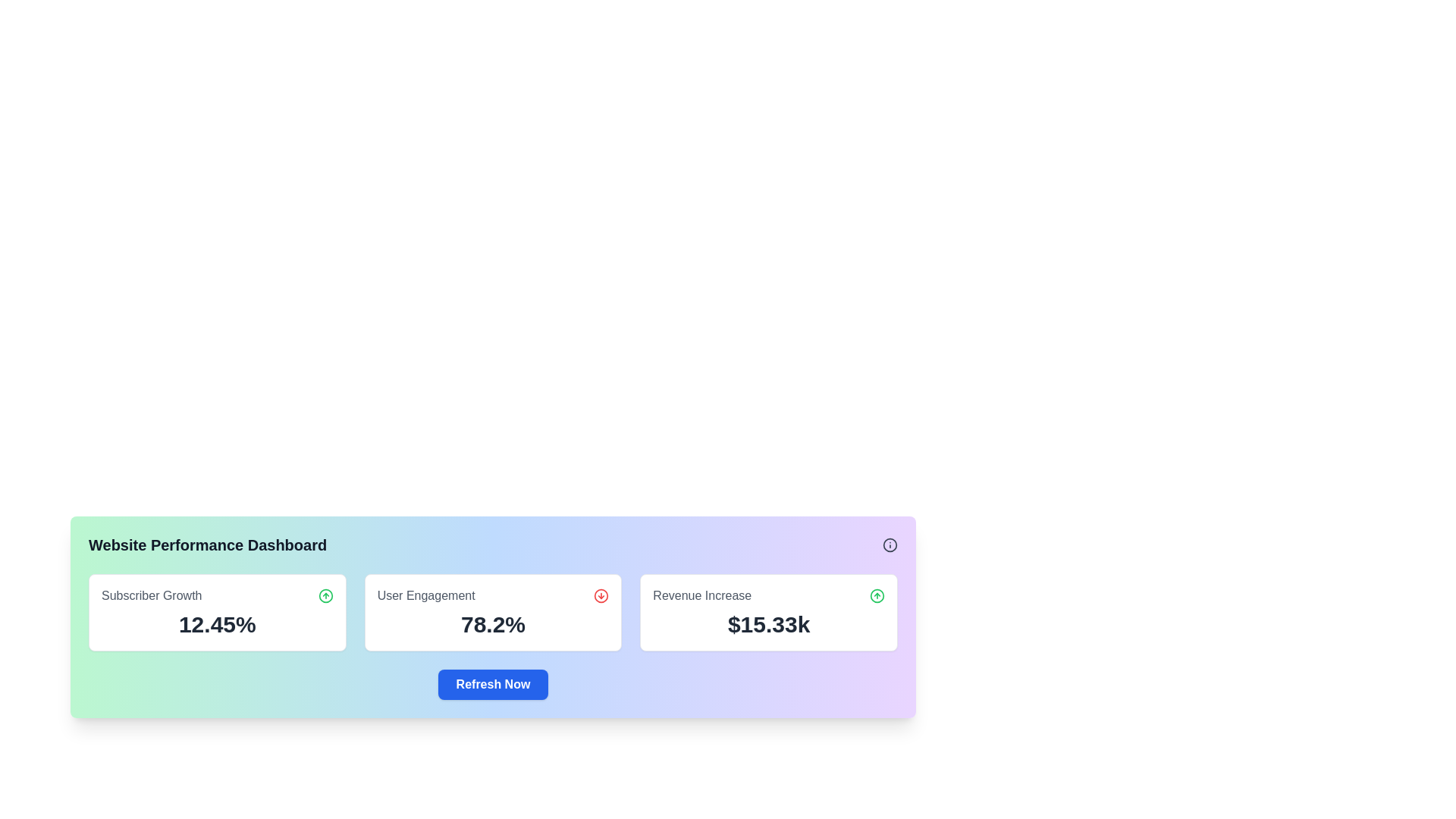 The image size is (1456, 819). Describe the element at coordinates (216, 611) in the screenshot. I see `the Summary Card that displays the current subscriber growth percentage` at that location.